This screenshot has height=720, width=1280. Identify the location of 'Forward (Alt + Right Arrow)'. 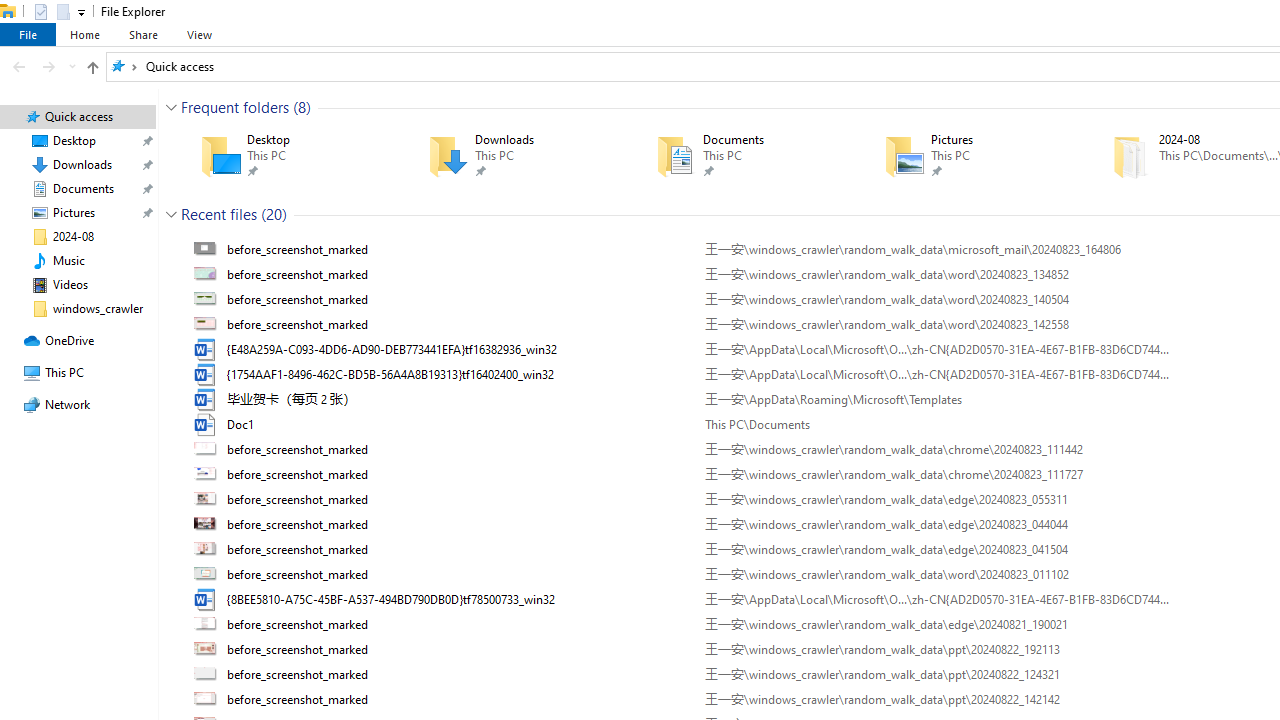
(49, 65).